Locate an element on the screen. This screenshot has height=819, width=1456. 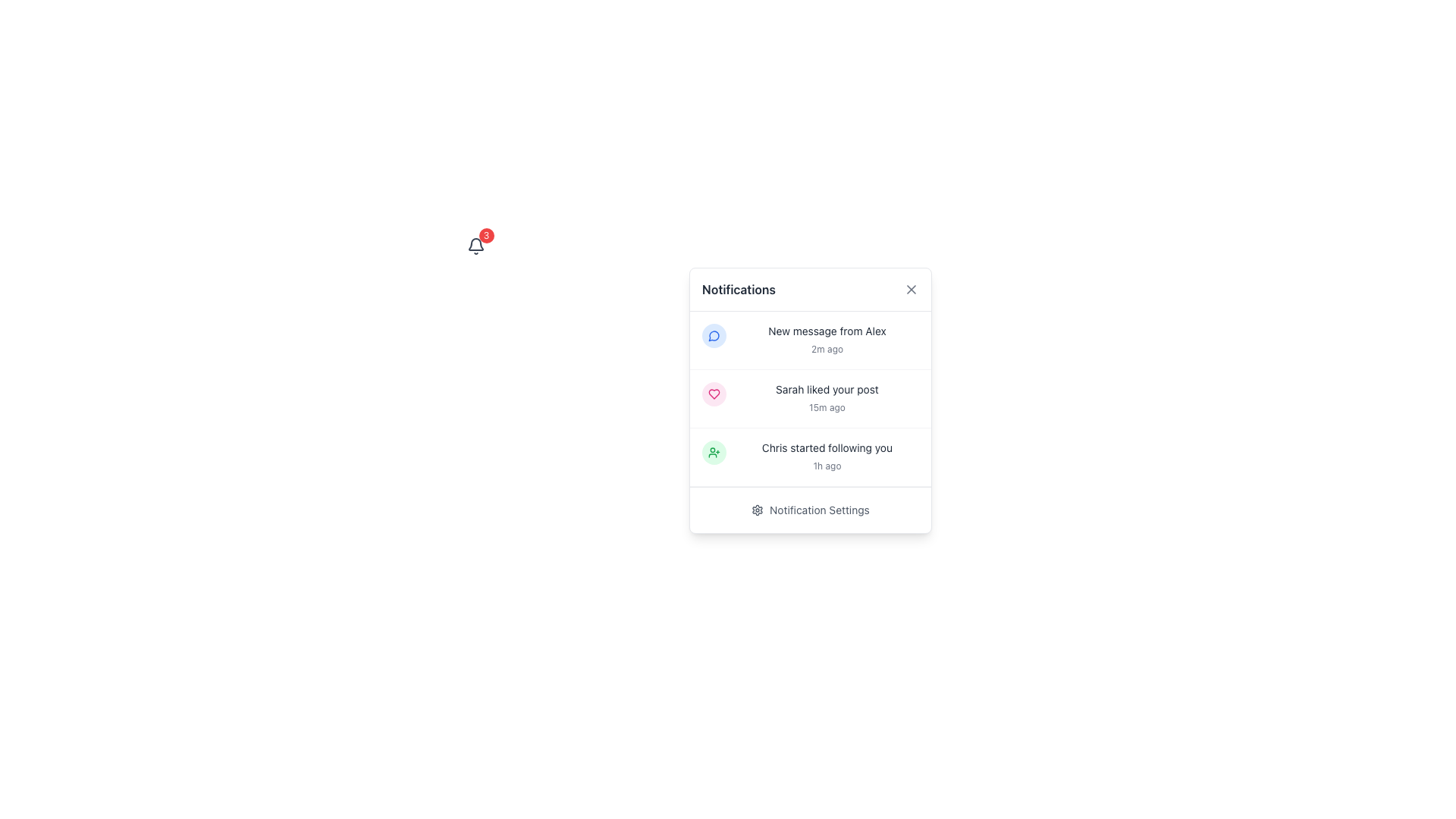
the static text element that serves as the title for the notification section, located at the top-left of the notification panel is located at coordinates (739, 289).